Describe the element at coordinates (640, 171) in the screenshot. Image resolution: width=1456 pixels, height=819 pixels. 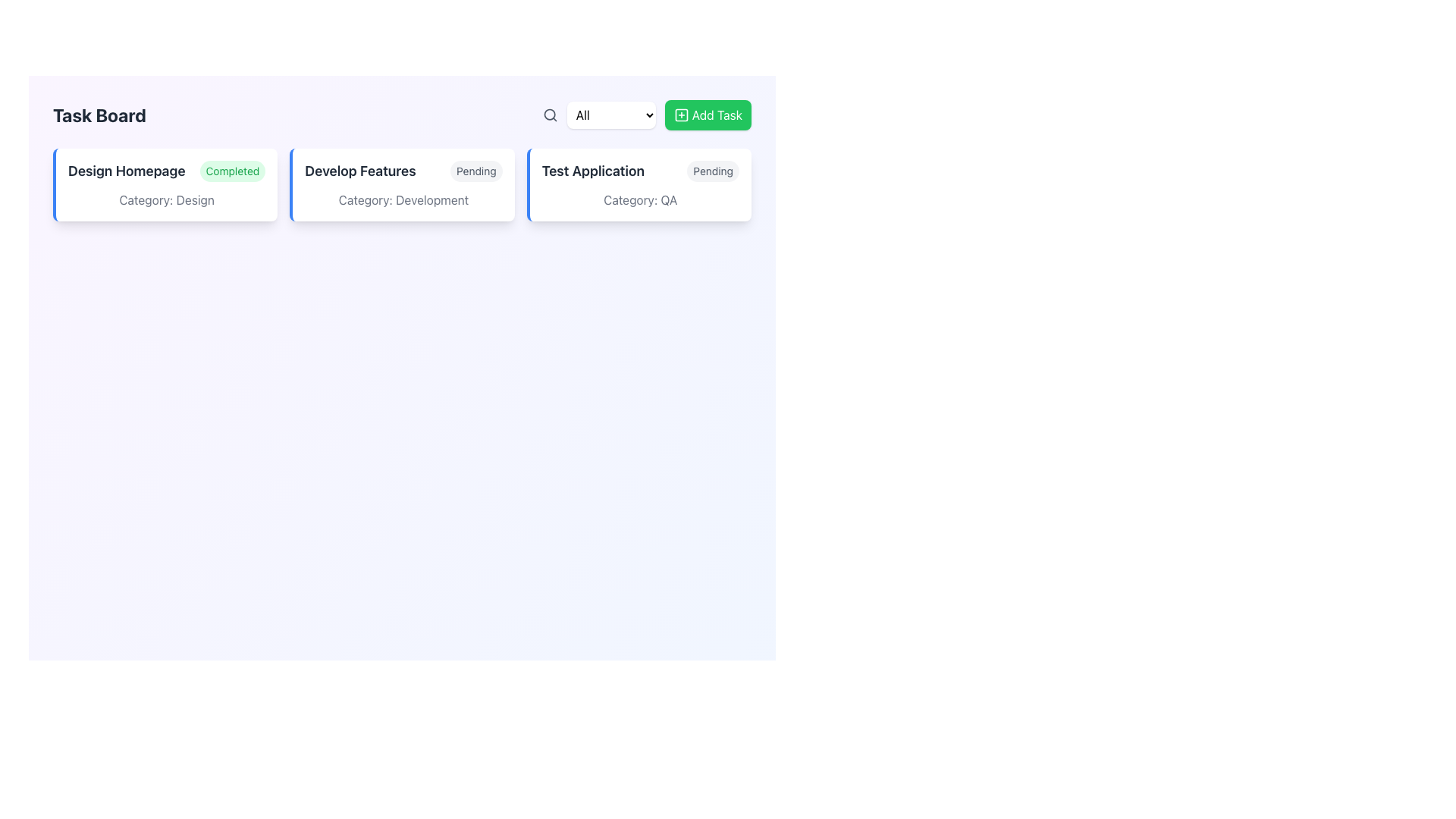
I see `the Text and status indicator header that summarizes the task titled 'Test Application' with a current status of 'pending' to select it` at that location.